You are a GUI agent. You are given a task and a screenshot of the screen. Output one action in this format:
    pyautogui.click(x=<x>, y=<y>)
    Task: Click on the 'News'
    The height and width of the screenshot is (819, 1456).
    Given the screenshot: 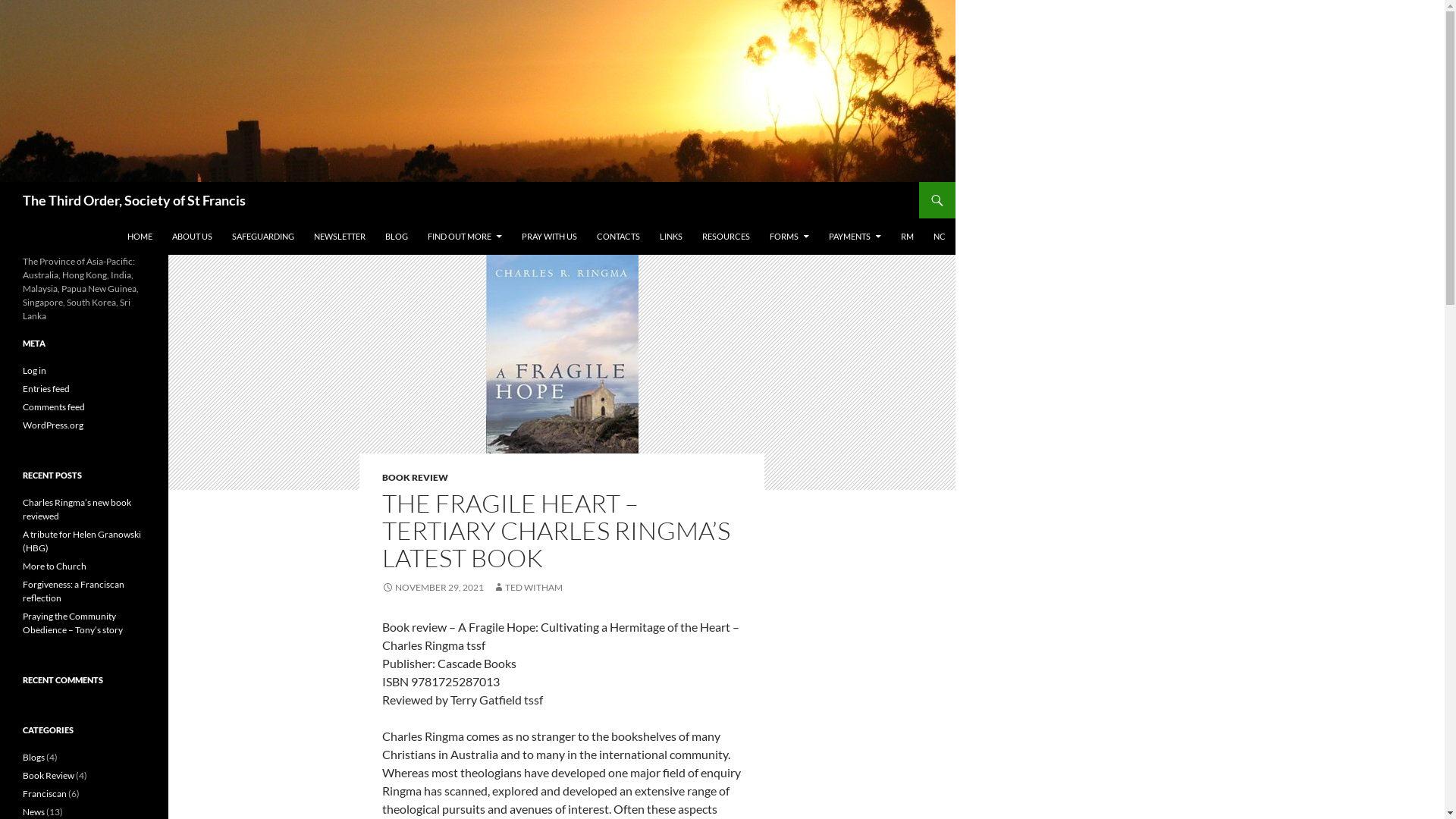 What is the action you would take?
    pyautogui.click(x=33, y=811)
    